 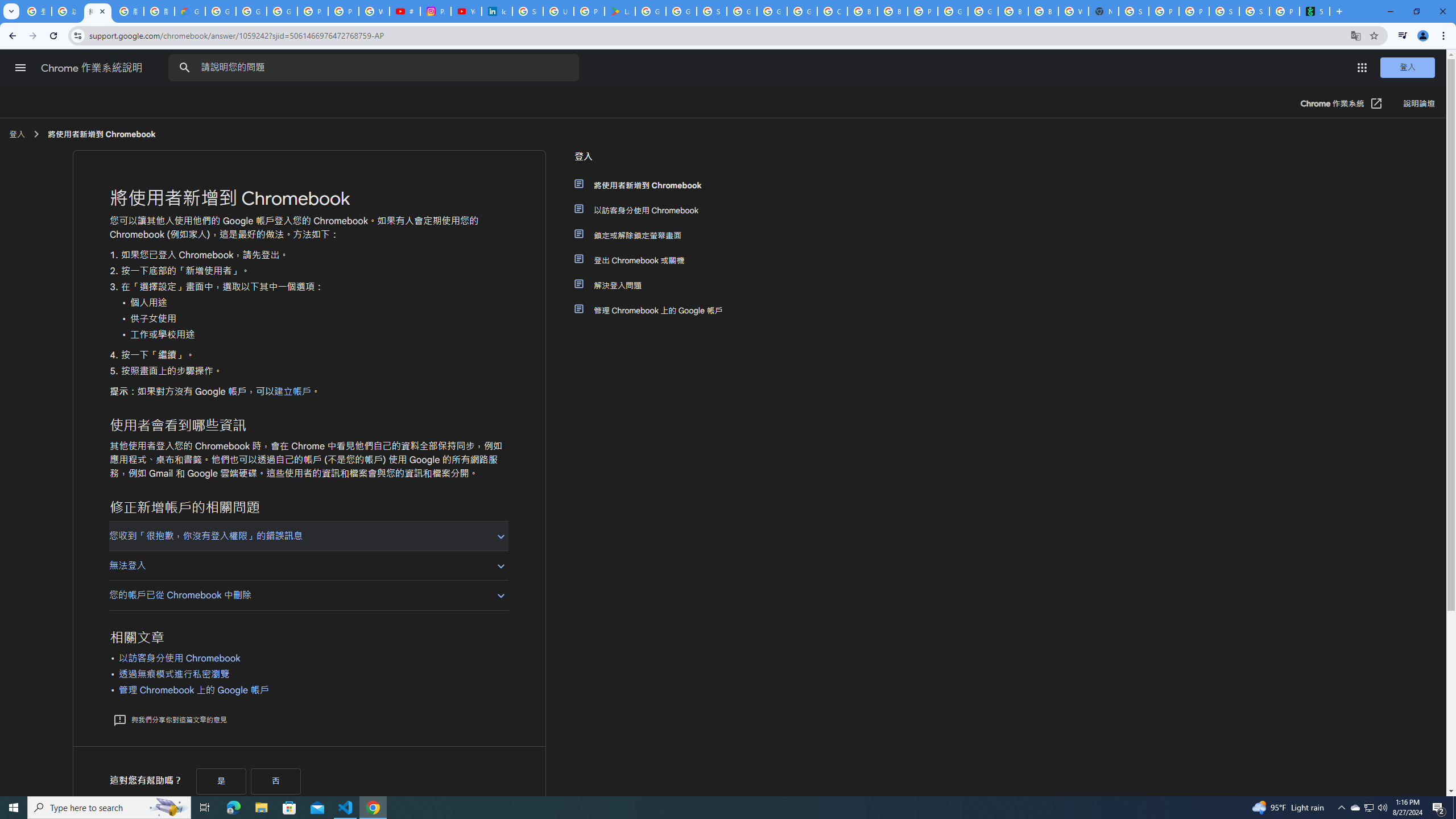 I want to click on 'Last Shelter: Survival - Apps on Google Play', so click(x=619, y=11).